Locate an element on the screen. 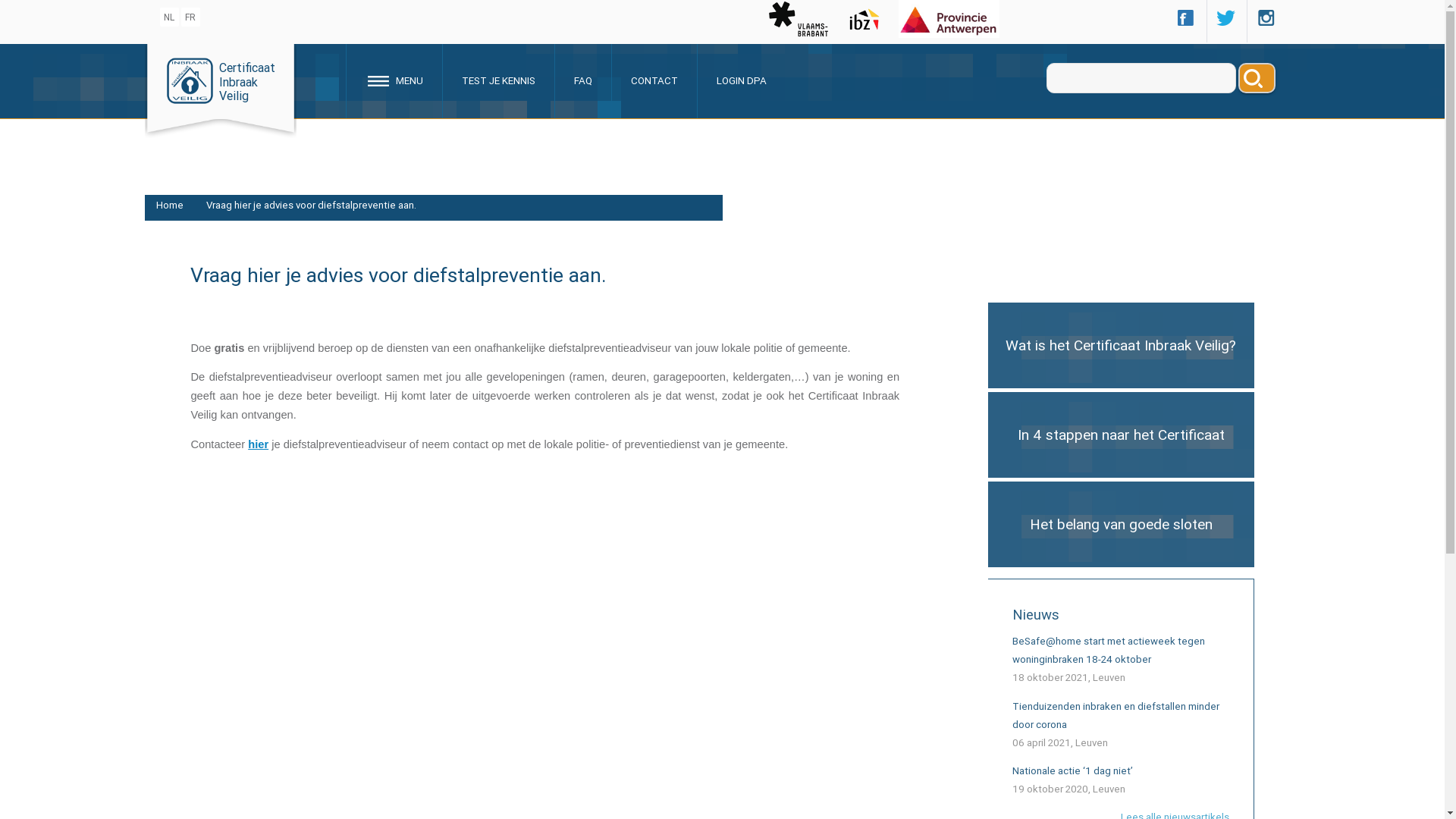 This screenshot has width=1456, height=819. 'CONTACT' is located at coordinates (654, 81).